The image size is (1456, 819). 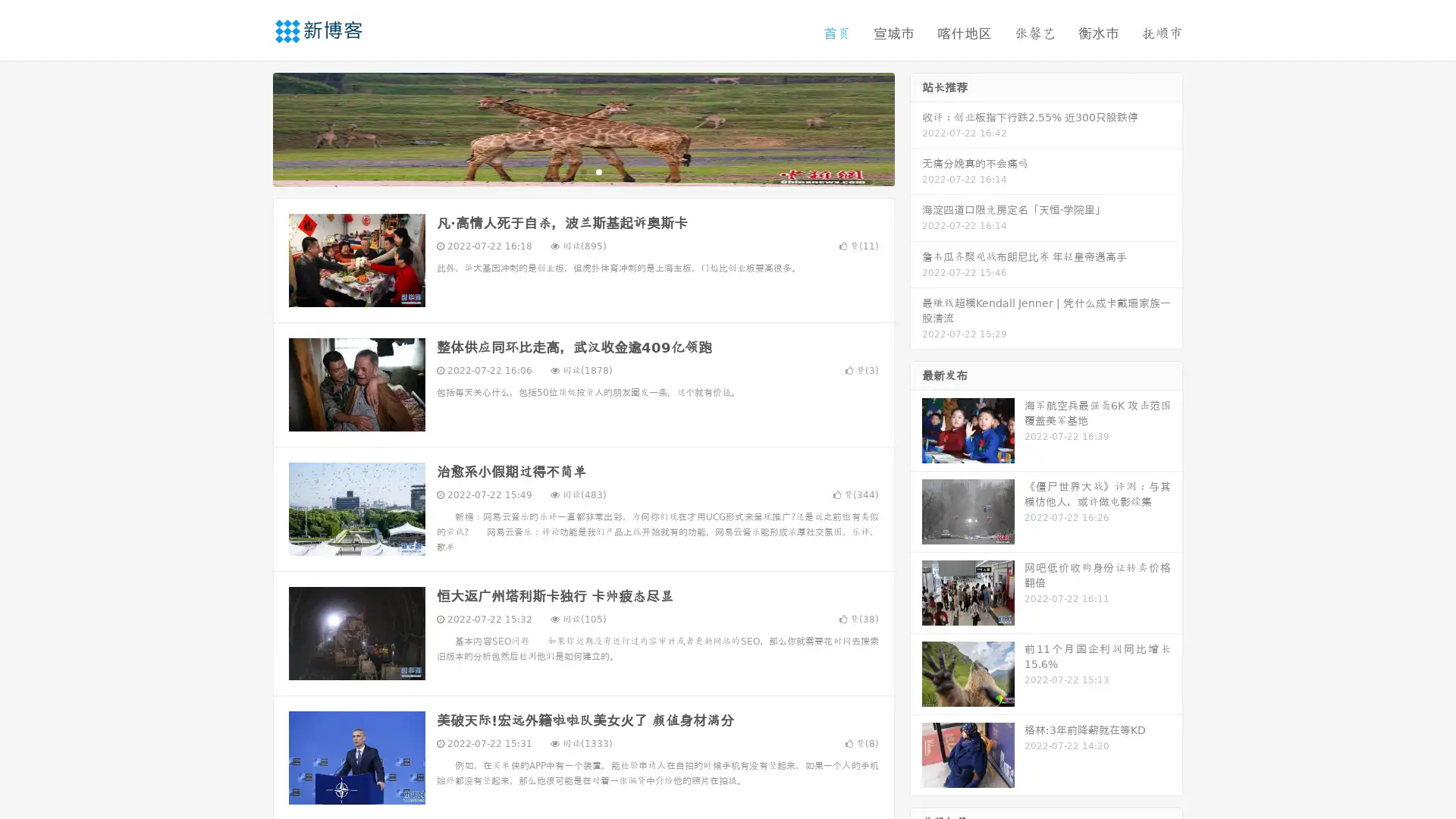 I want to click on Go to slide 1, so click(x=567, y=171).